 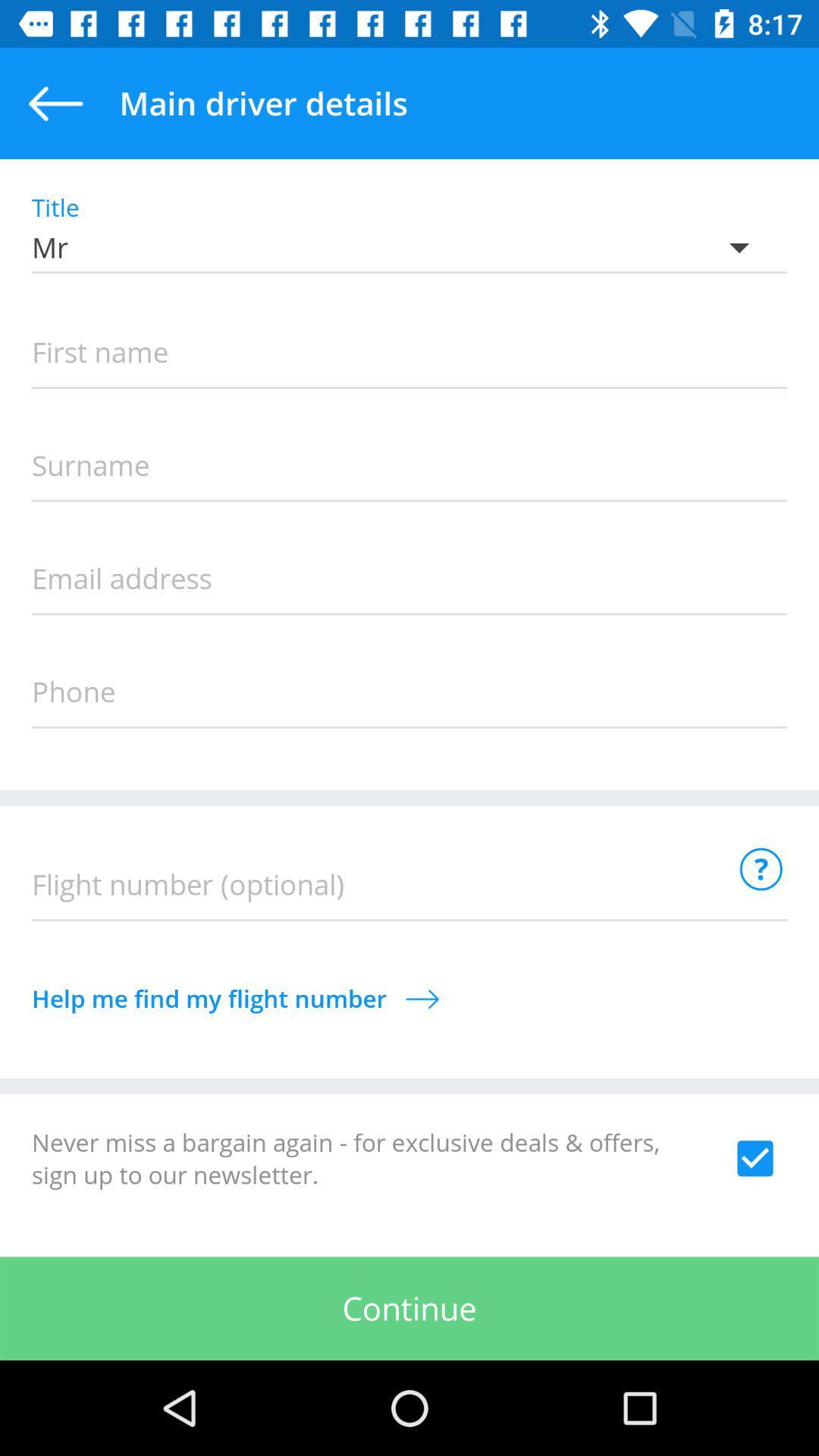 I want to click on name box, so click(x=409, y=353).